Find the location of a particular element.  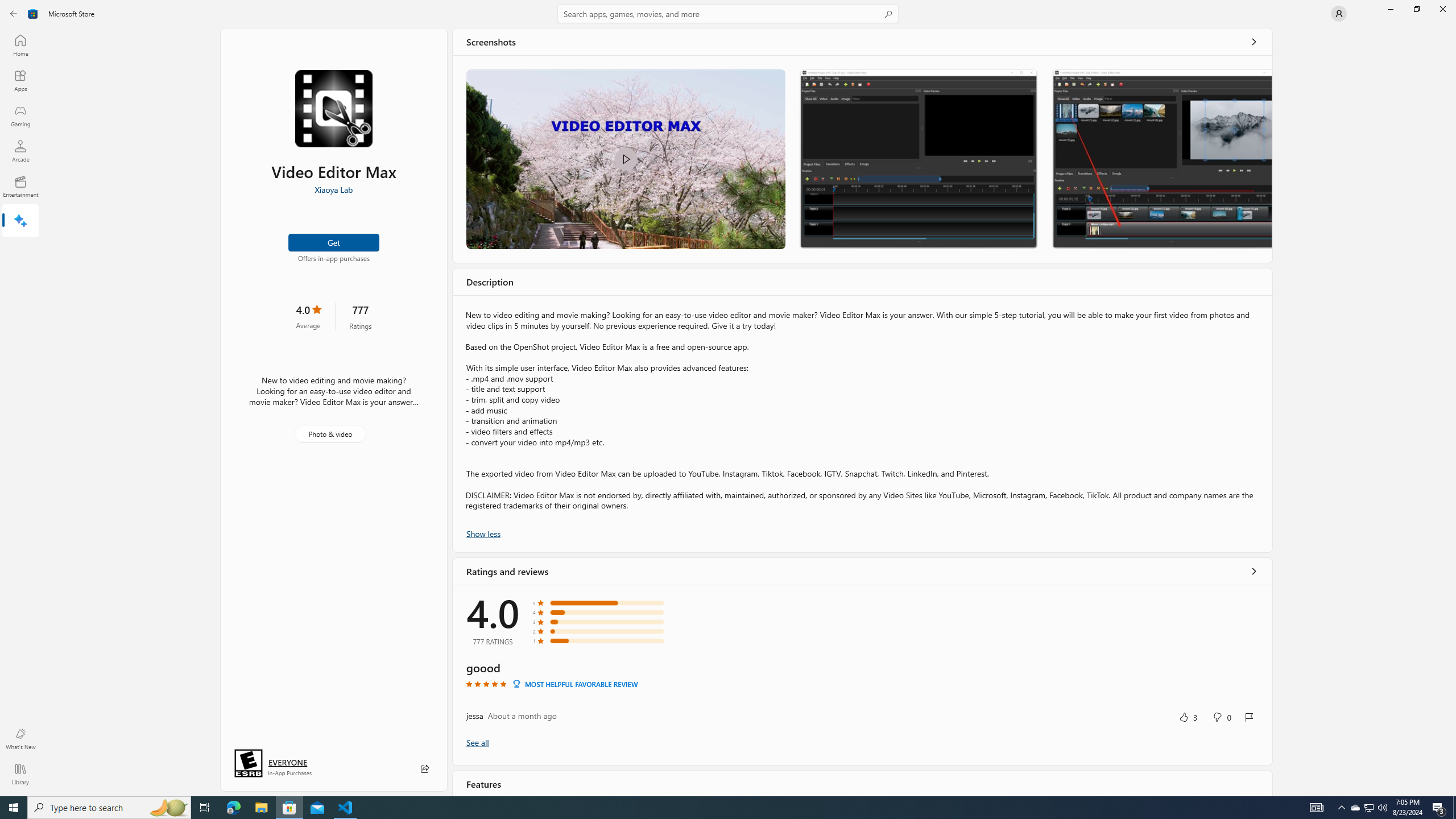

'Video Editor Max Trailer' is located at coordinates (624, 159).